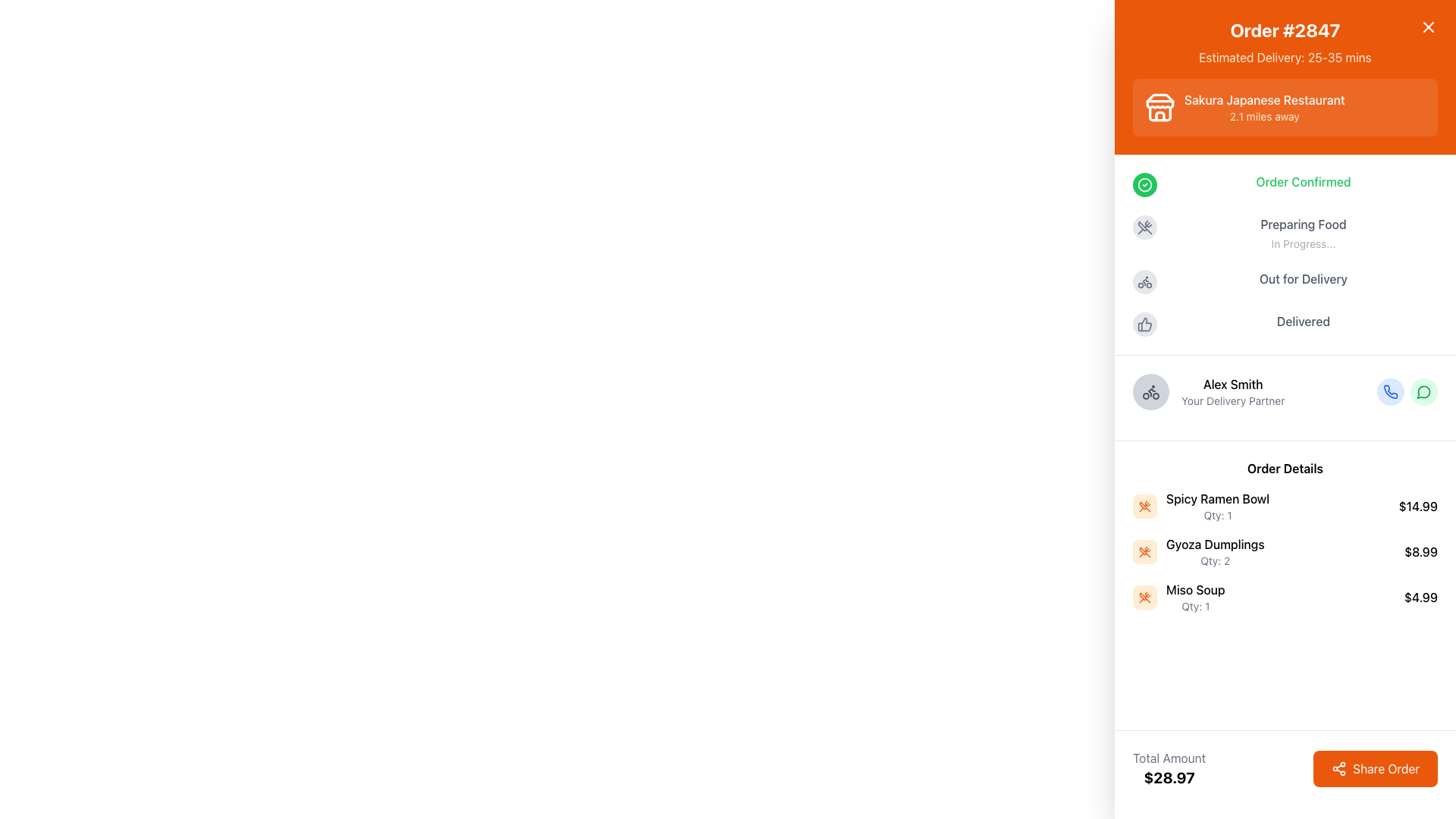 The width and height of the screenshot is (1456, 819). Describe the element at coordinates (1390, 391) in the screenshot. I see `the Phone Call icon, which is a small telephone receiver icon with a blue outline located towards the bottom-right within the delivery partner's contact area, to initiate a phone call` at that location.